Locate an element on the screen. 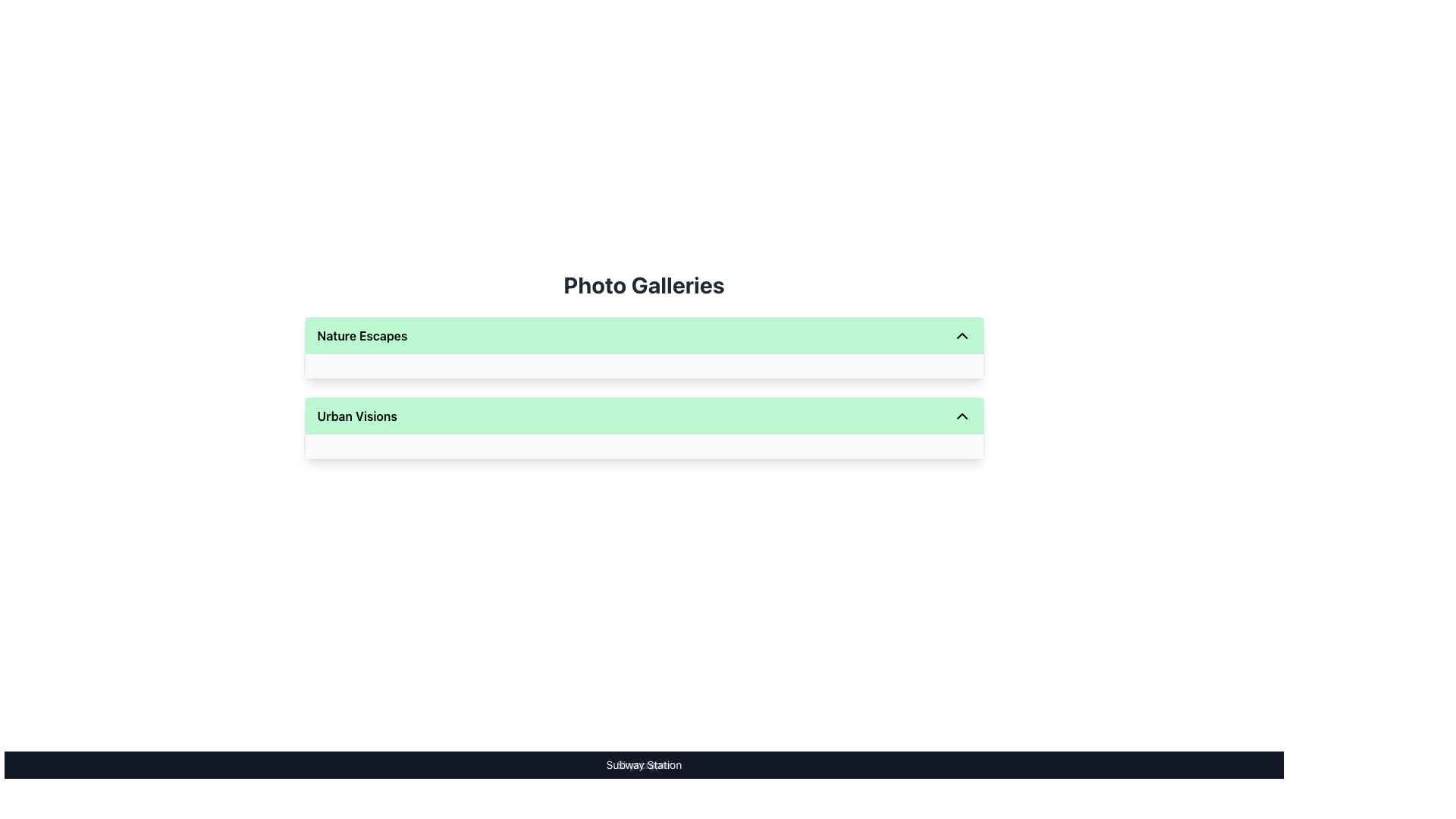 Image resolution: width=1456 pixels, height=819 pixels. the icon that serves as a toggle for collapsing the 'Urban Visions' section, located at the far right of the green rectangular panel labeled 'Urban Visions' is located at coordinates (961, 416).